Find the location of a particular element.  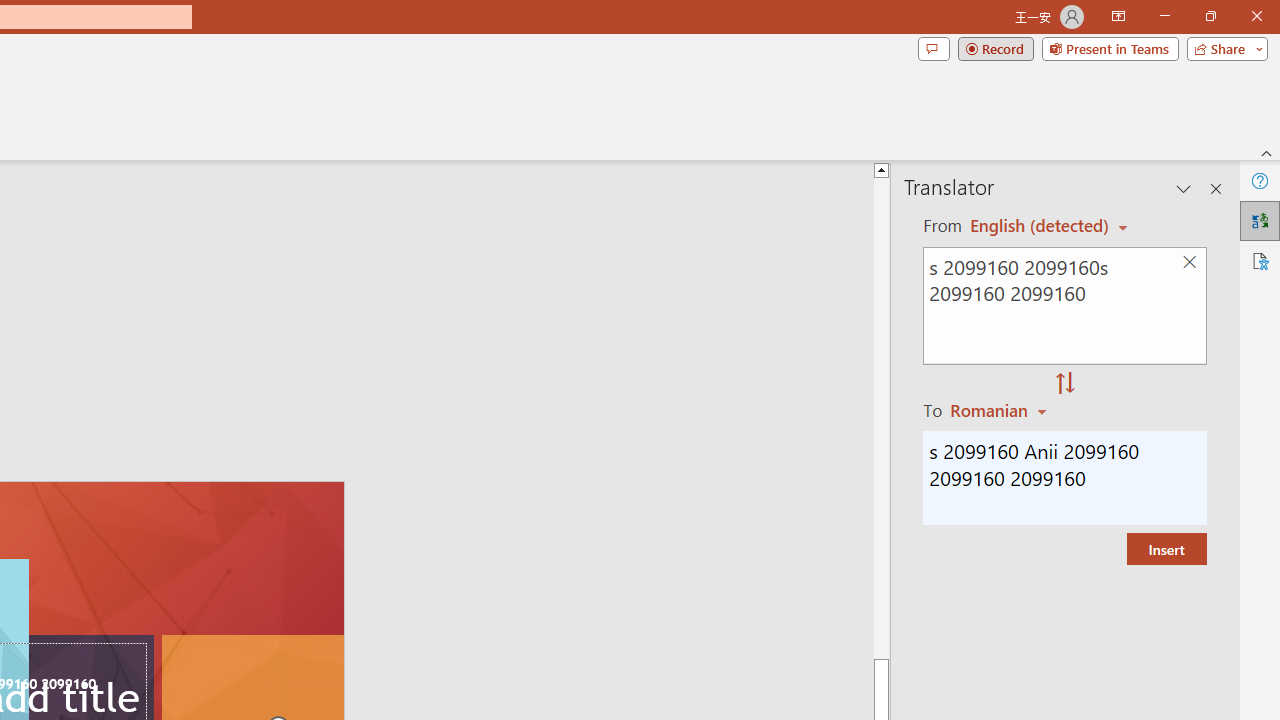

'Accessibility' is located at coordinates (1259, 260).